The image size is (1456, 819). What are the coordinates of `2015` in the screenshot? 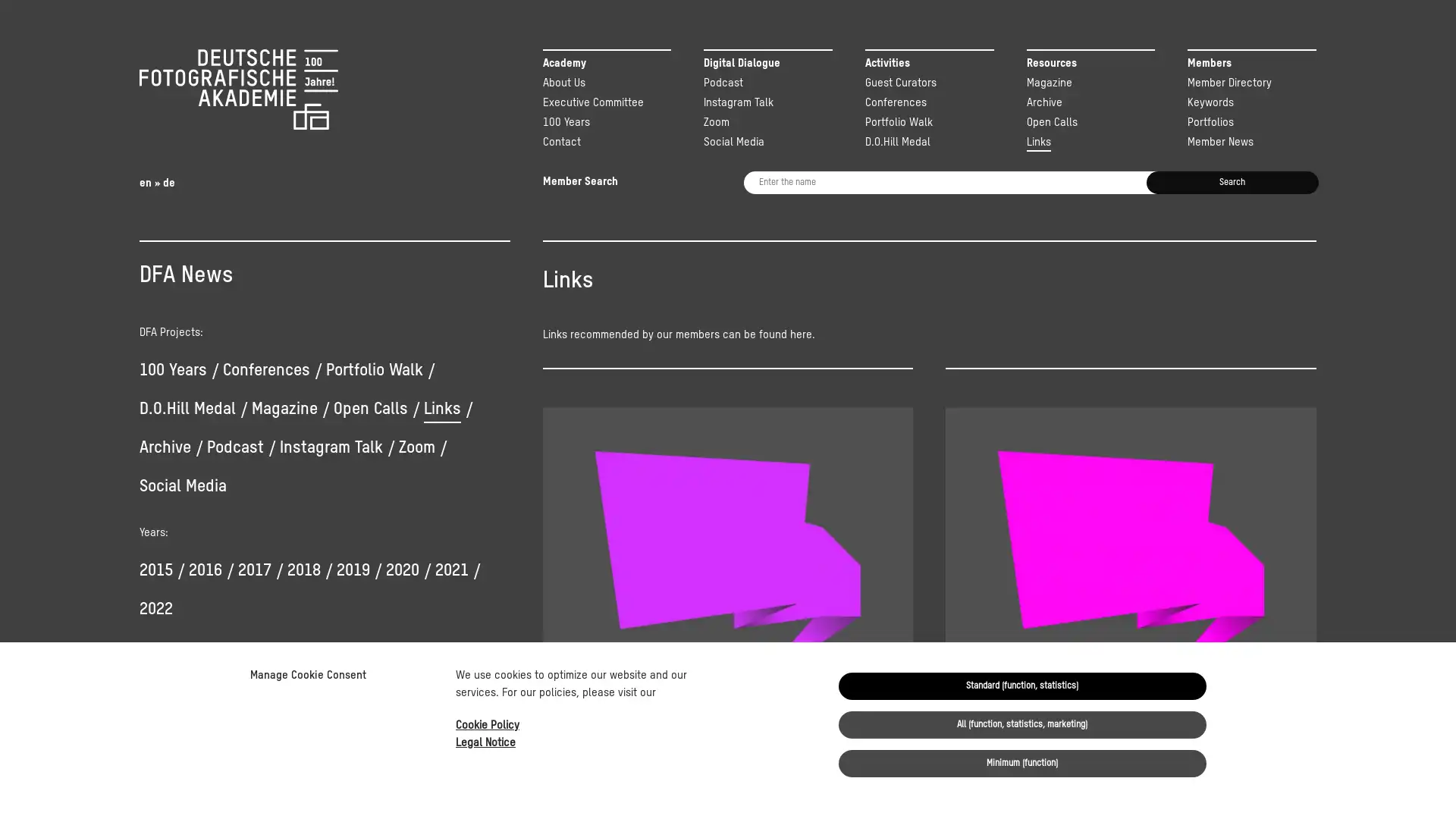 It's located at (156, 570).